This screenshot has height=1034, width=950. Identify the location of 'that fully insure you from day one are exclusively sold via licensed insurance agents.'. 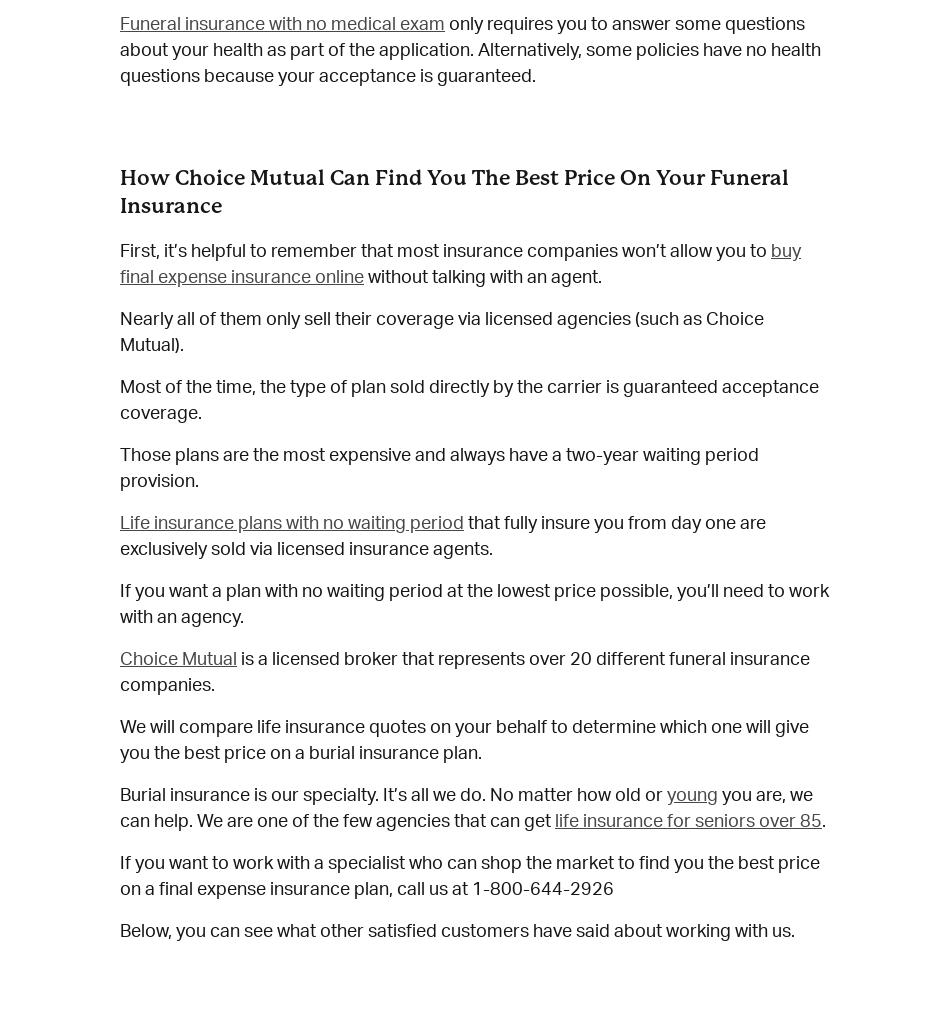
(119, 536).